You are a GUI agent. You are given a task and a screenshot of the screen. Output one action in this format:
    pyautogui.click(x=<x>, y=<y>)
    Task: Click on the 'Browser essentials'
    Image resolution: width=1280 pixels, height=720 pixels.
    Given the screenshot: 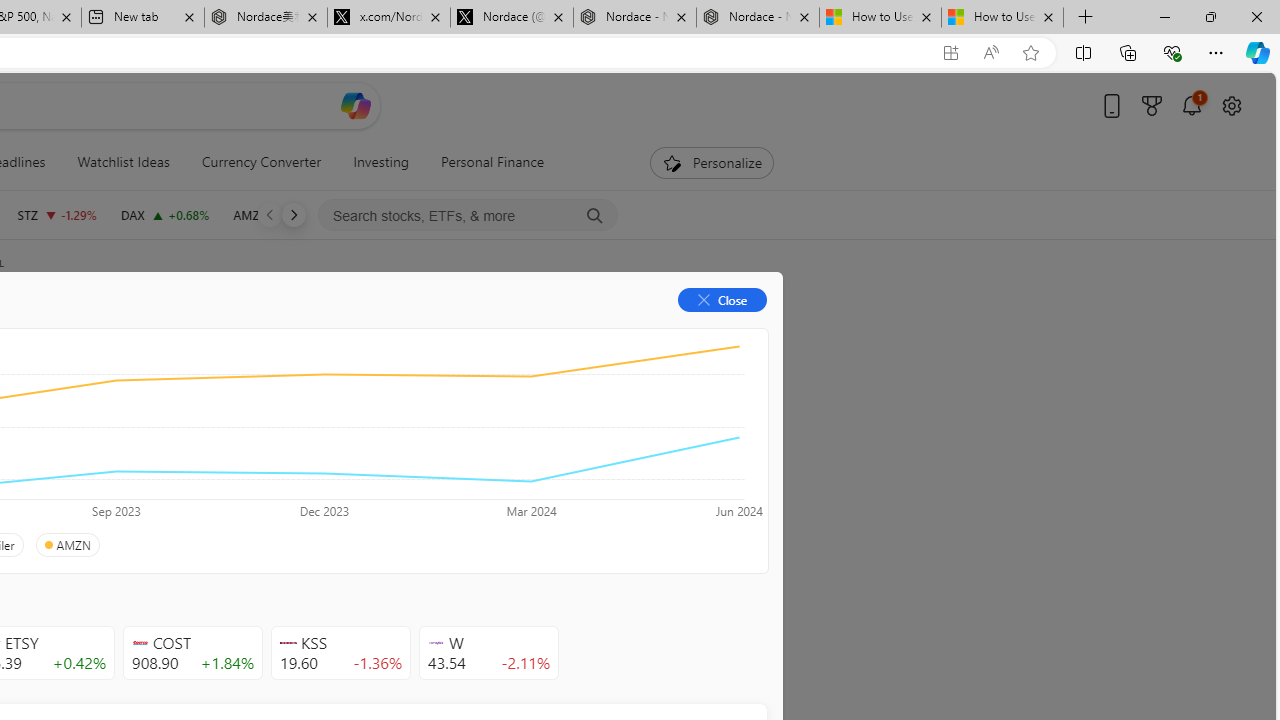 What is the action you would take?
    pyautogui.click(x=1171, y=51)
    